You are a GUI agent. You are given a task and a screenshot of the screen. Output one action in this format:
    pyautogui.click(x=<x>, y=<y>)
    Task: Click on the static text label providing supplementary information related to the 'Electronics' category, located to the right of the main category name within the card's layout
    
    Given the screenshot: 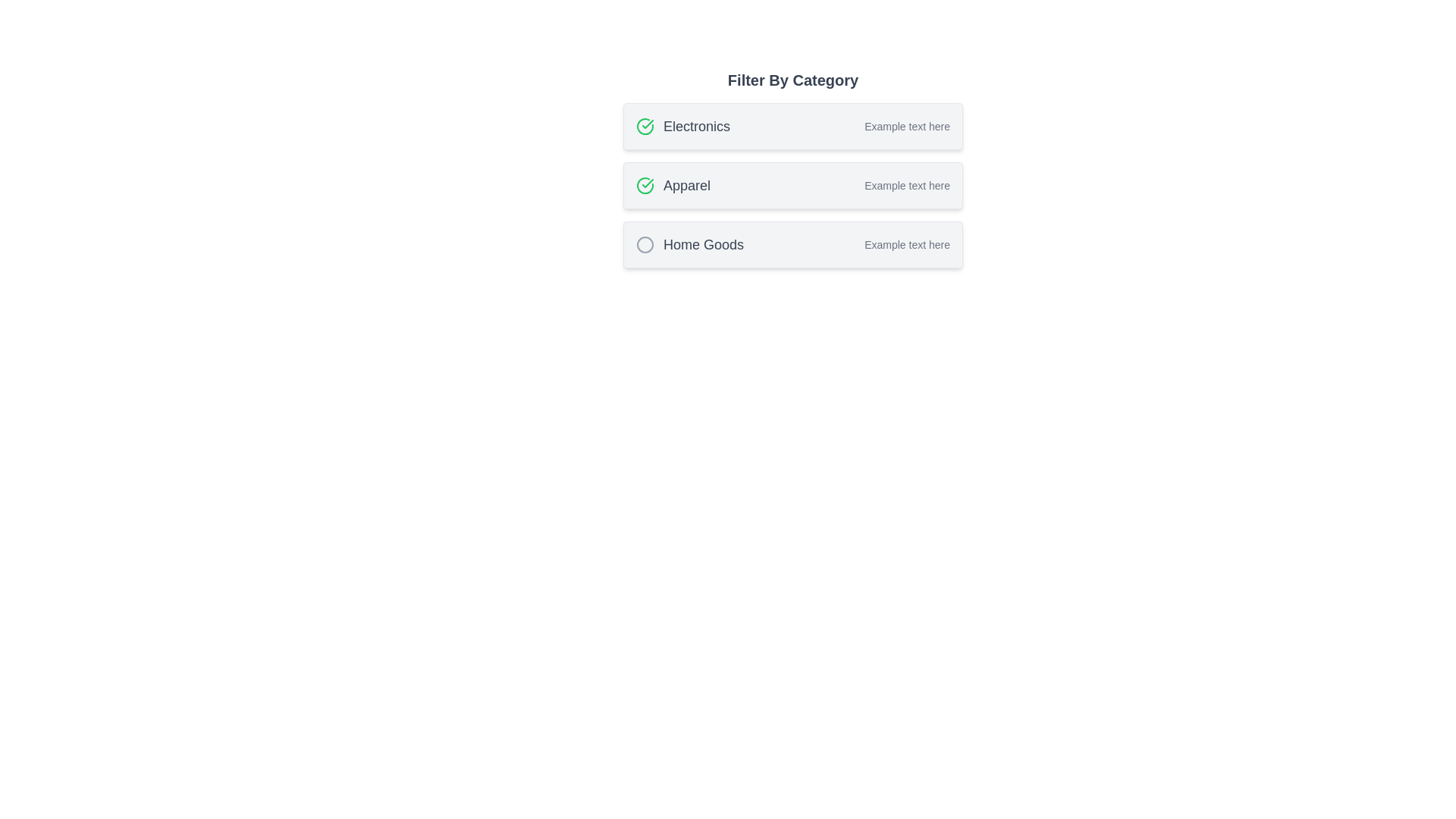 What is the action you would take?
    pyautogui.click(x=907, y=125)
    